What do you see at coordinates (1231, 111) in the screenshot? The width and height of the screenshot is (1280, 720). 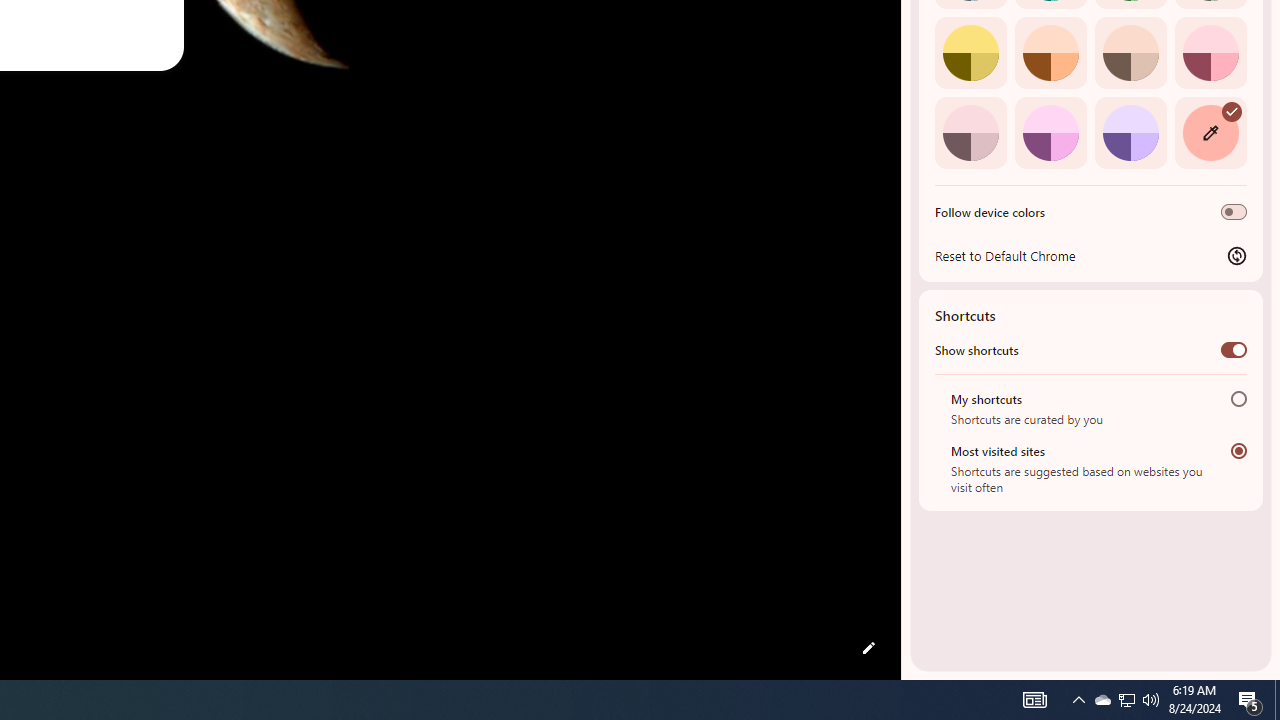 I see `'AutomationID: svg'` at bounding box center [1231, 111].